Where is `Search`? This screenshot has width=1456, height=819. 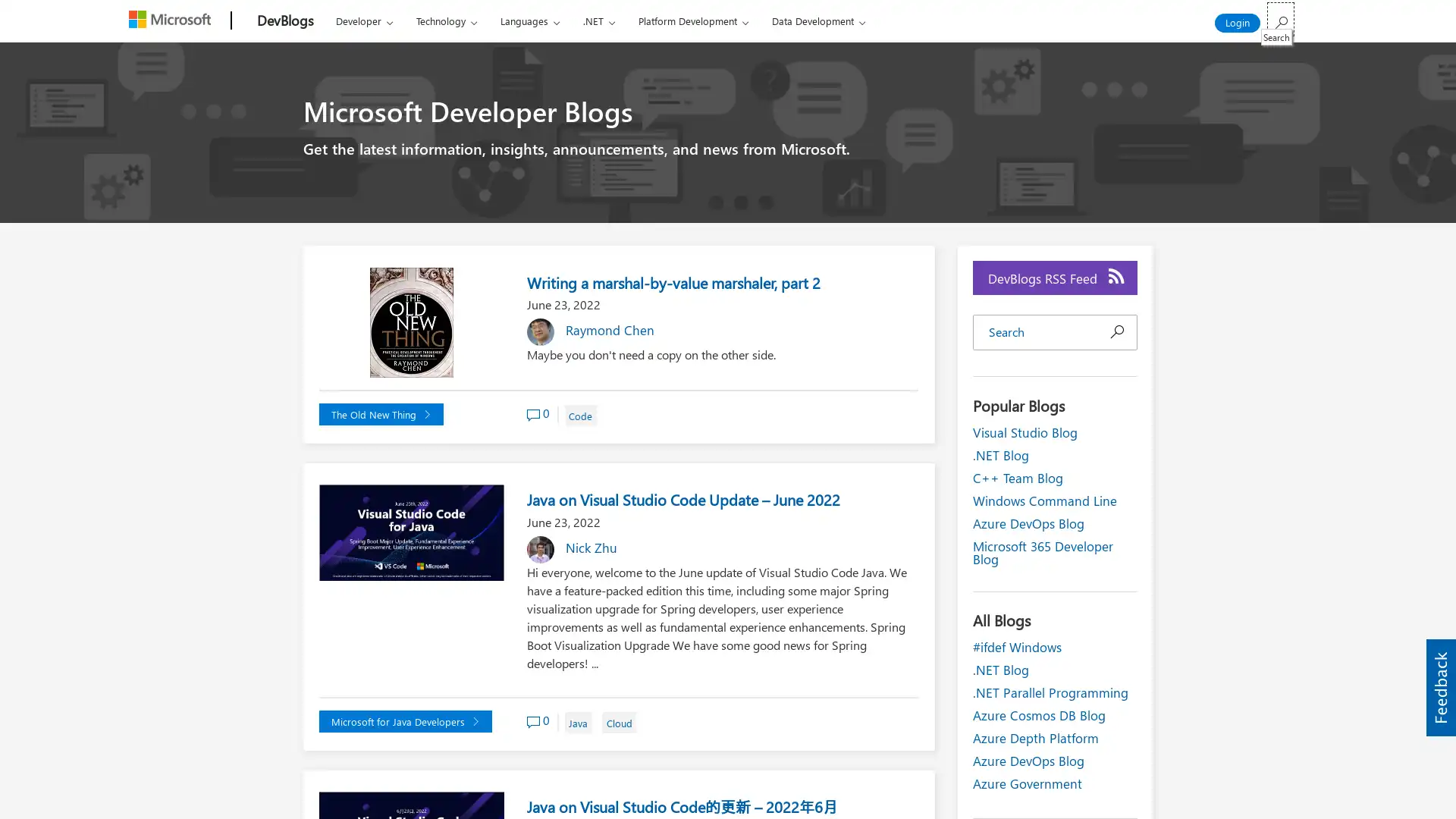 Search is located at coordinates (1280, 19).